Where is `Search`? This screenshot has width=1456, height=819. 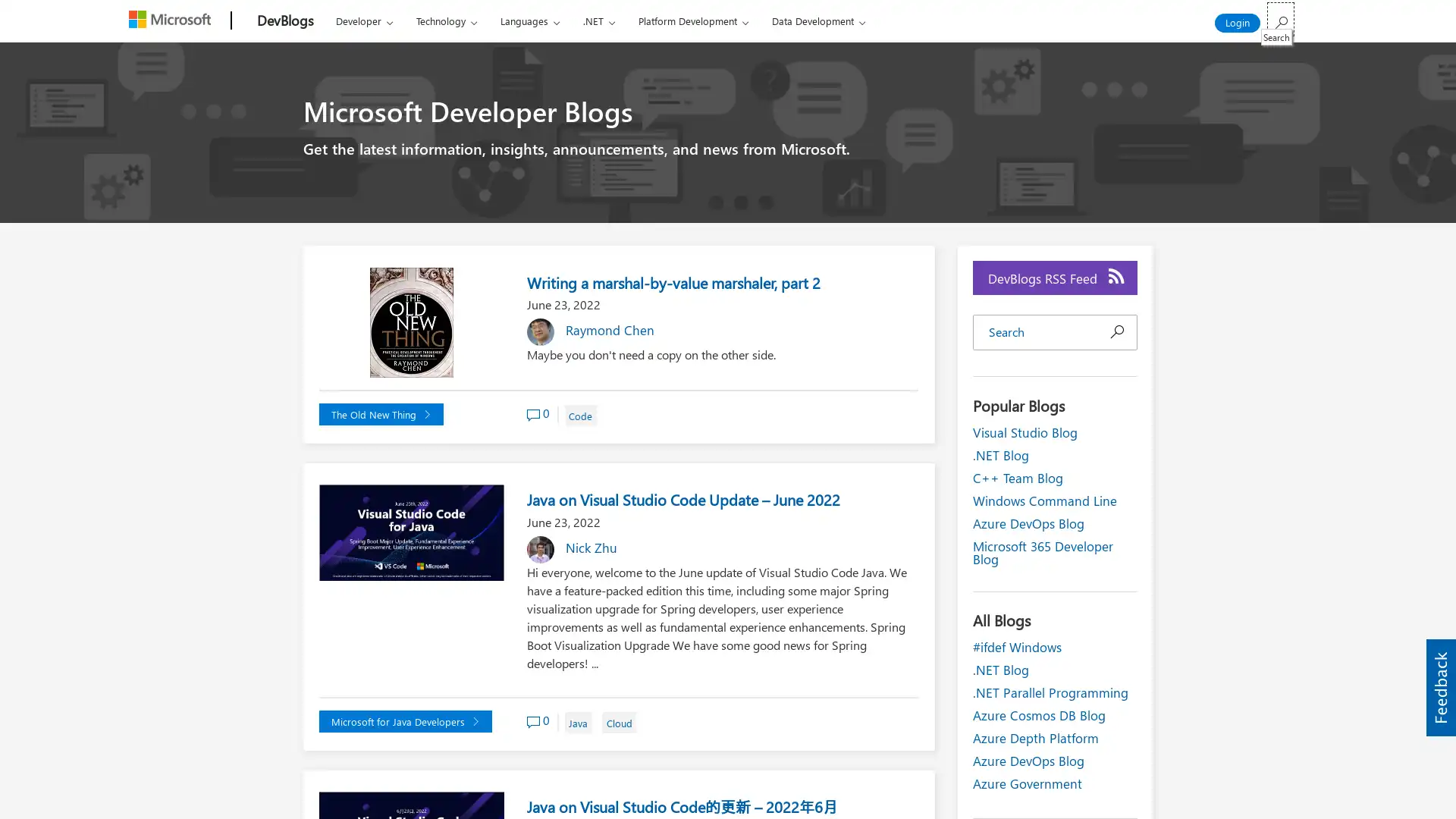 Search is located at coordinates (1280, 19).